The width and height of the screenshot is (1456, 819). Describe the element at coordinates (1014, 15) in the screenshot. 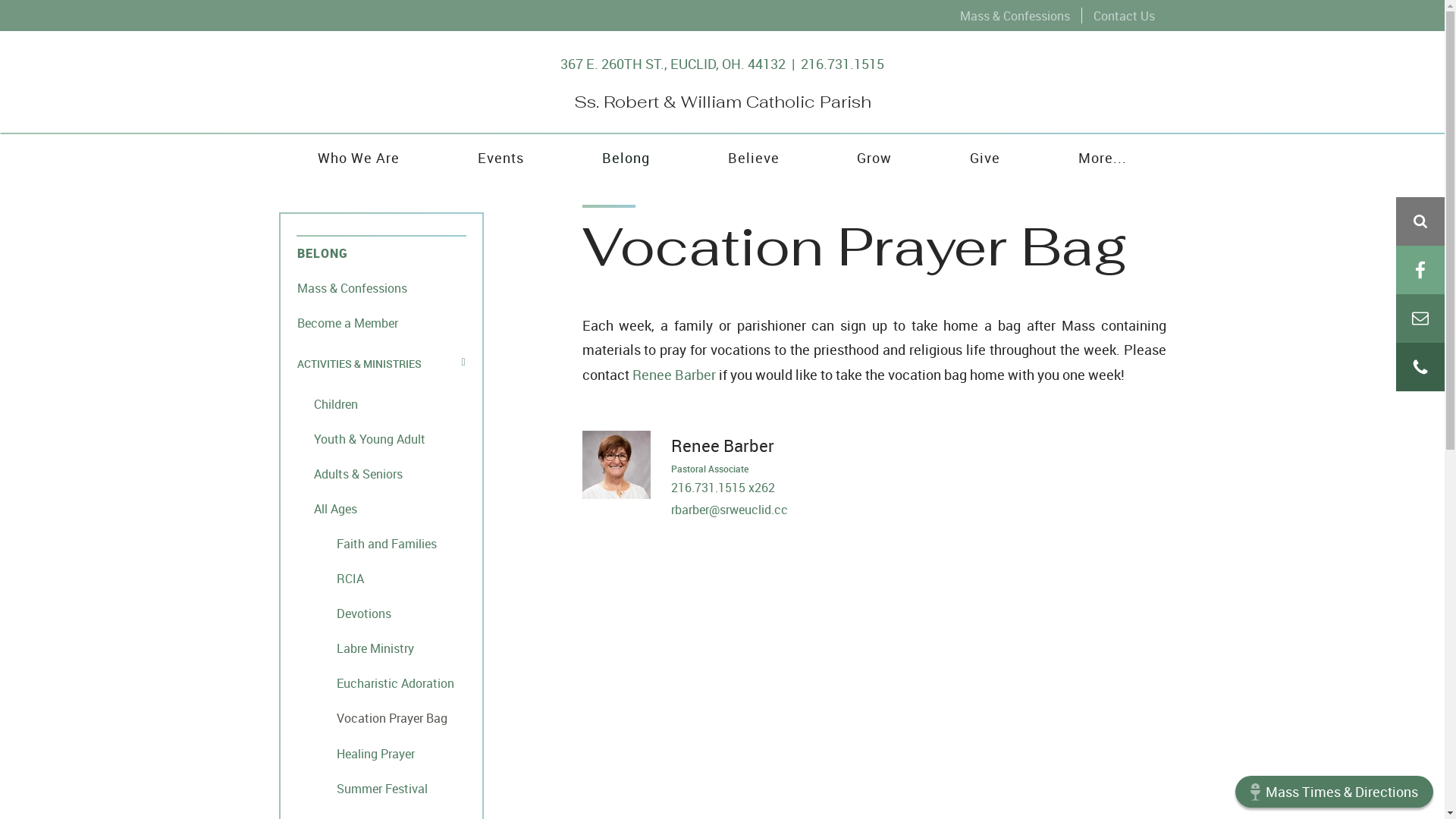

I see `'Mass & Confessions'` at that location.